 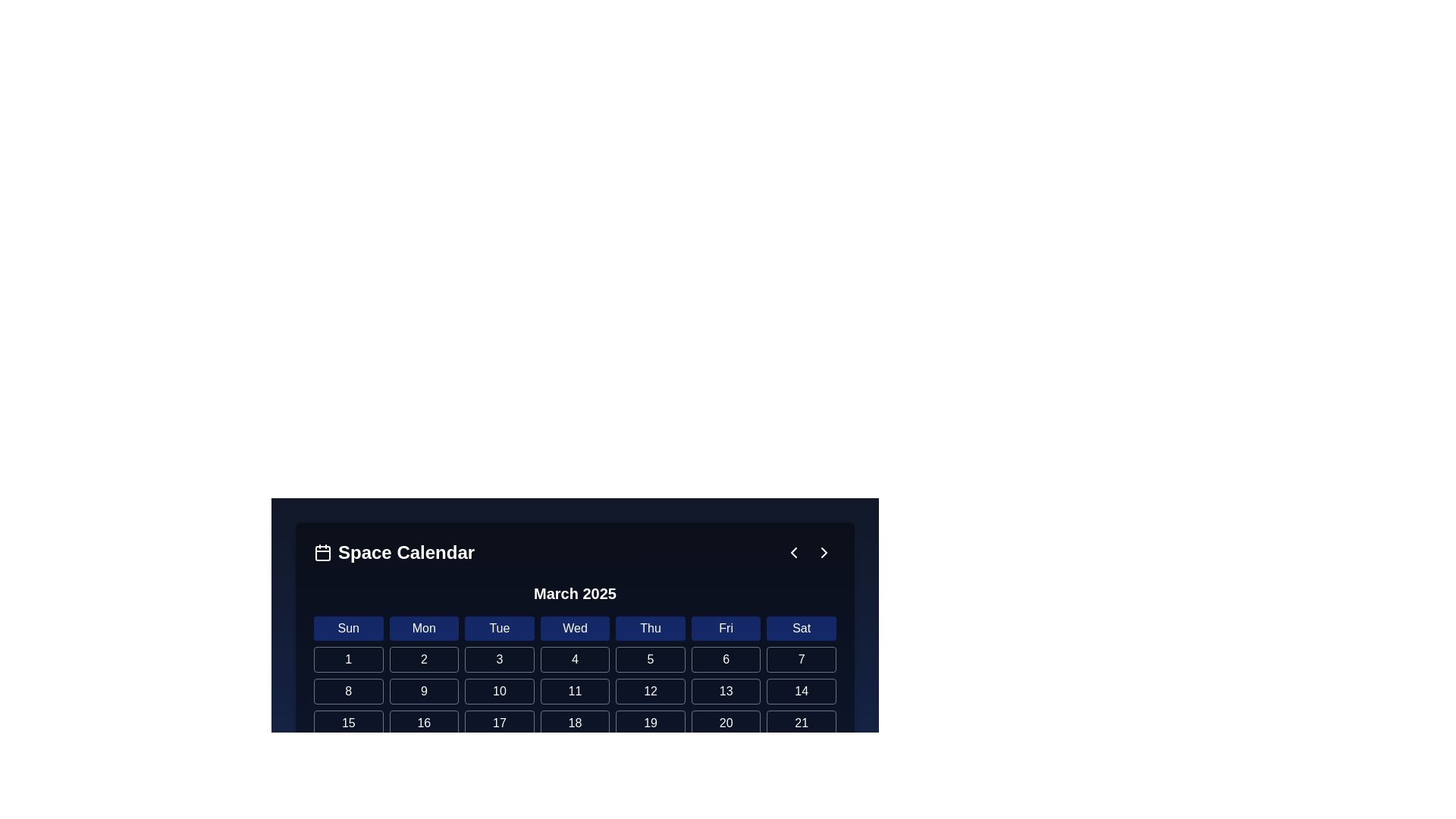 What do you see at coordinates (347, 629) in the screenshot?
I see `the Sunday header label in the calendar view, which is positioned at the top-left corner of the grid layout representing the days of the week` at bounding box center [347, 629].